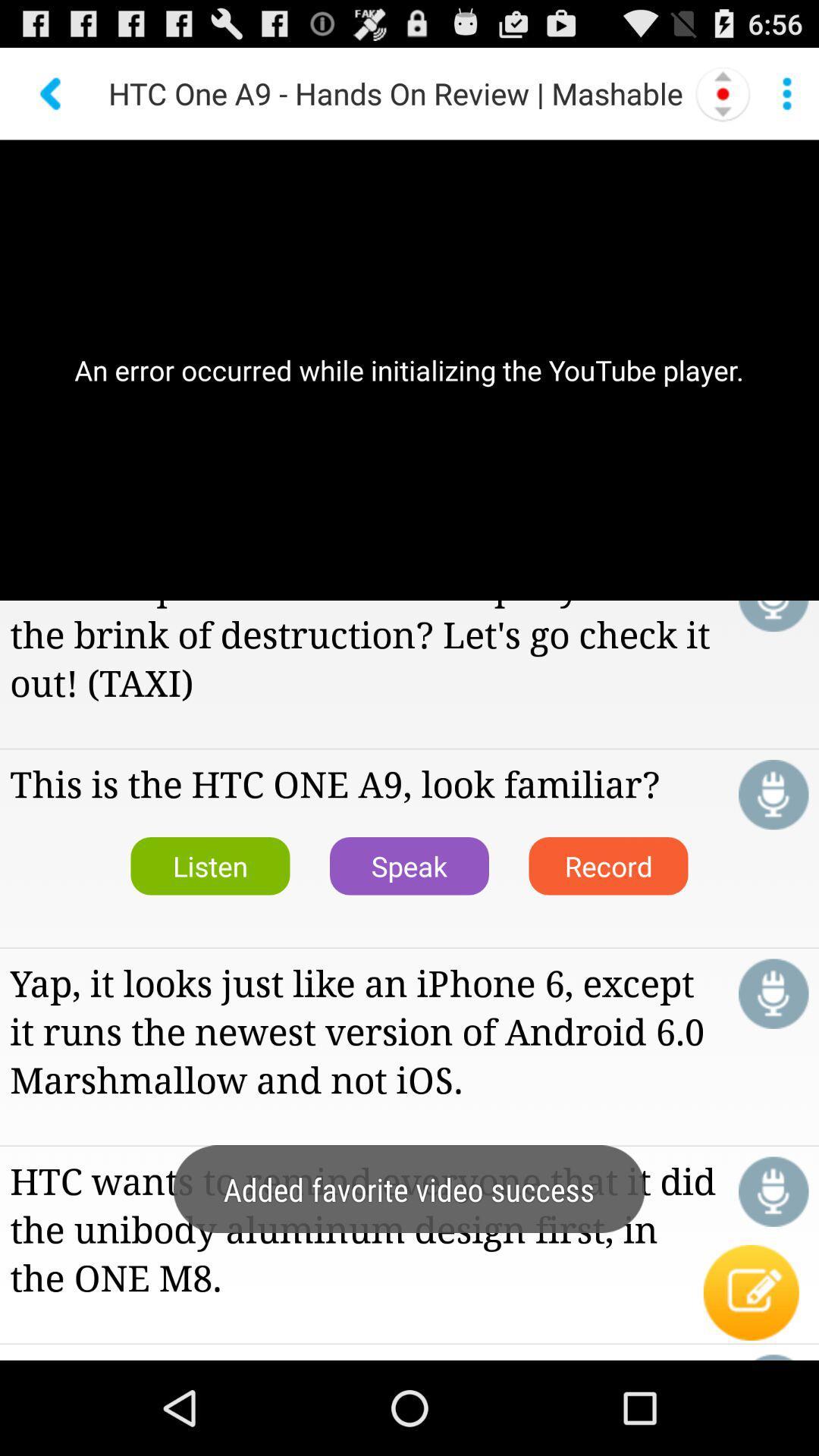 The image size is (819, 1456). I want to click on record button, so click(773, 794).